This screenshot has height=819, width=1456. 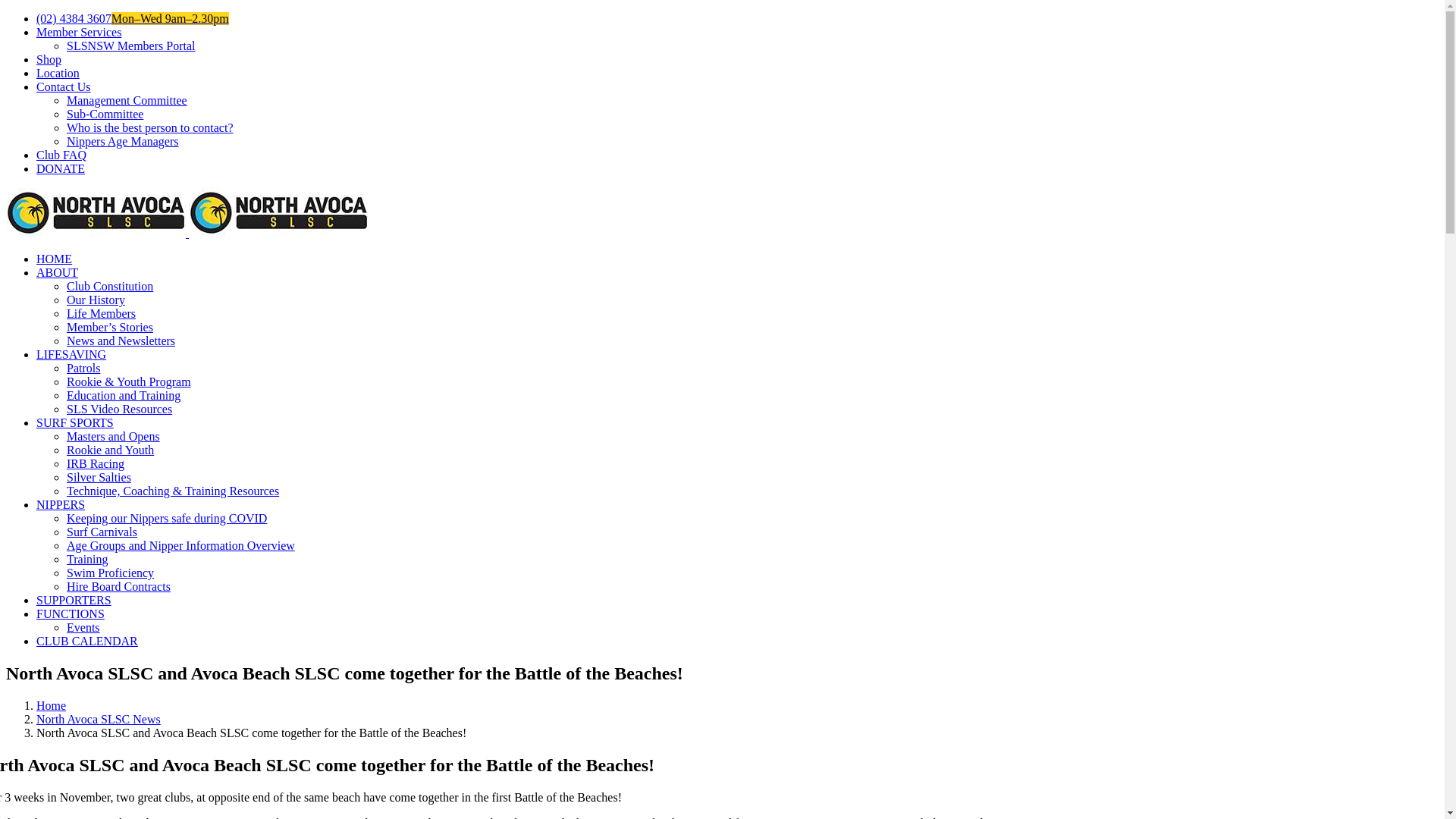 What do you see at coordinates (83, 627) in the screenshot?
I see `'Events'` at bounding box center [83, 627].